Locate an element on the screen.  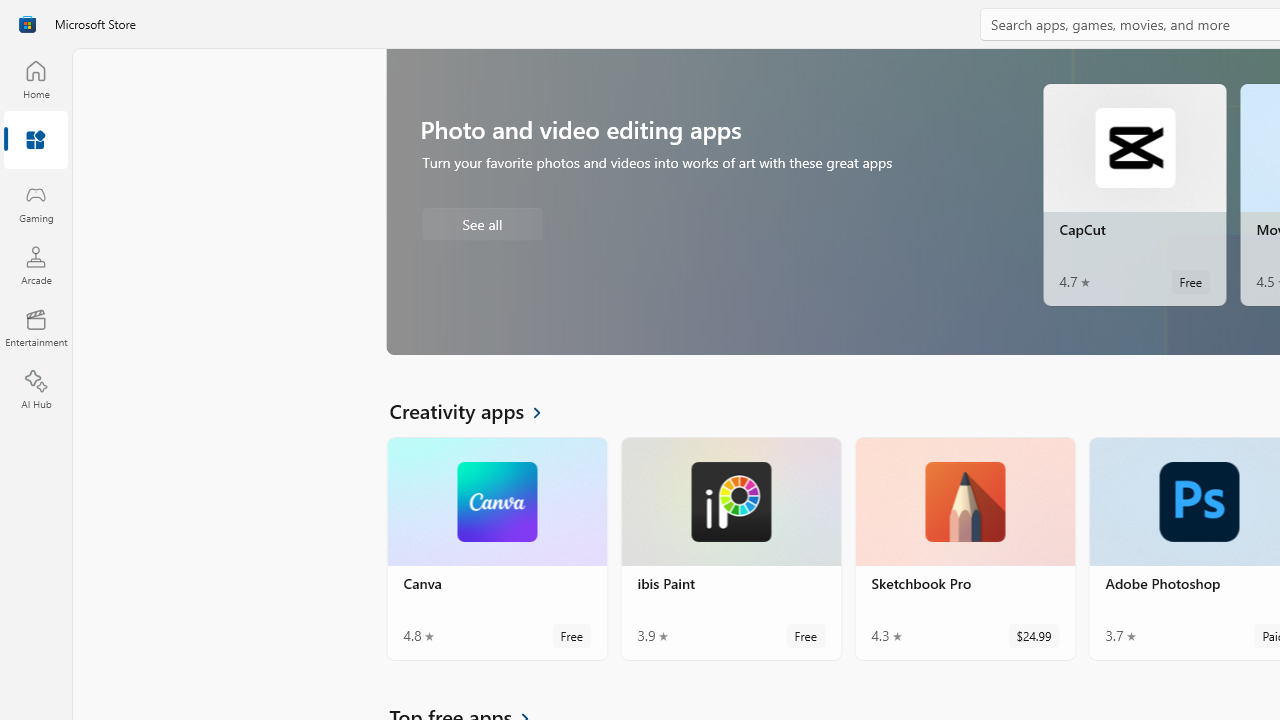
'See all  Photo and video editing apps' is located at coordinates (481, 223).